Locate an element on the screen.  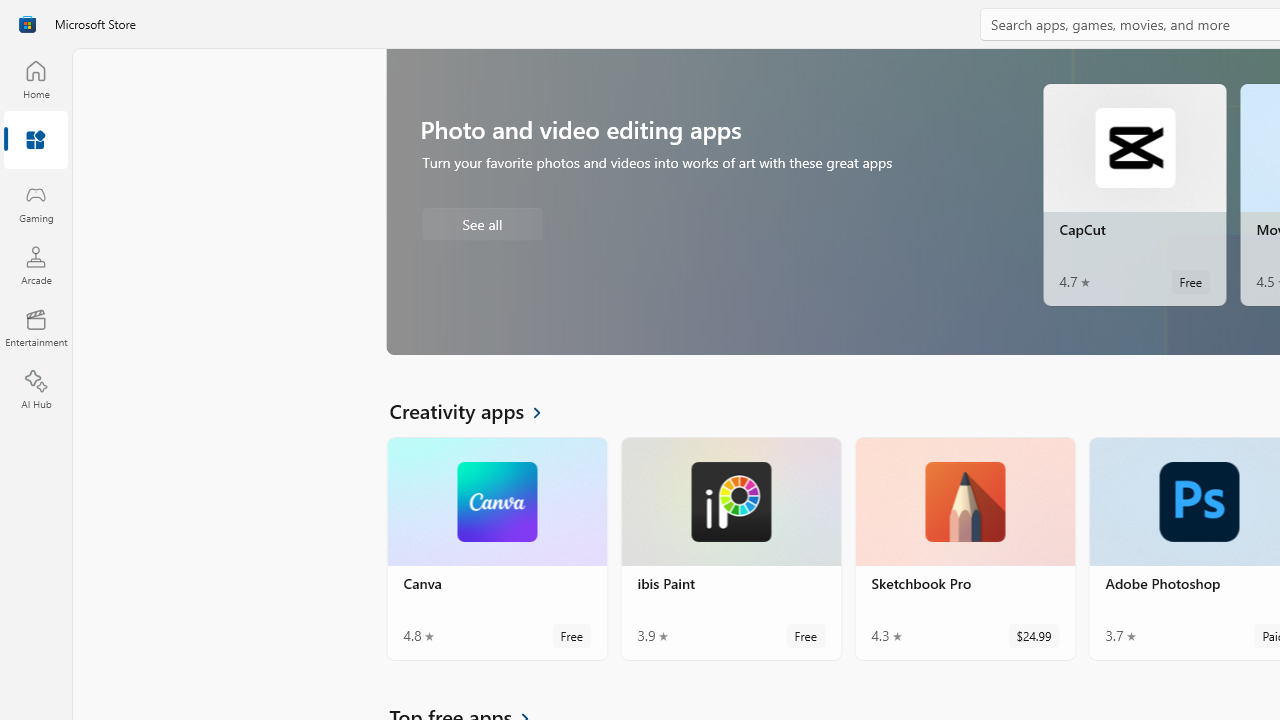
'See all  Photo and video editing apps' is located at coordinates (481, 223).